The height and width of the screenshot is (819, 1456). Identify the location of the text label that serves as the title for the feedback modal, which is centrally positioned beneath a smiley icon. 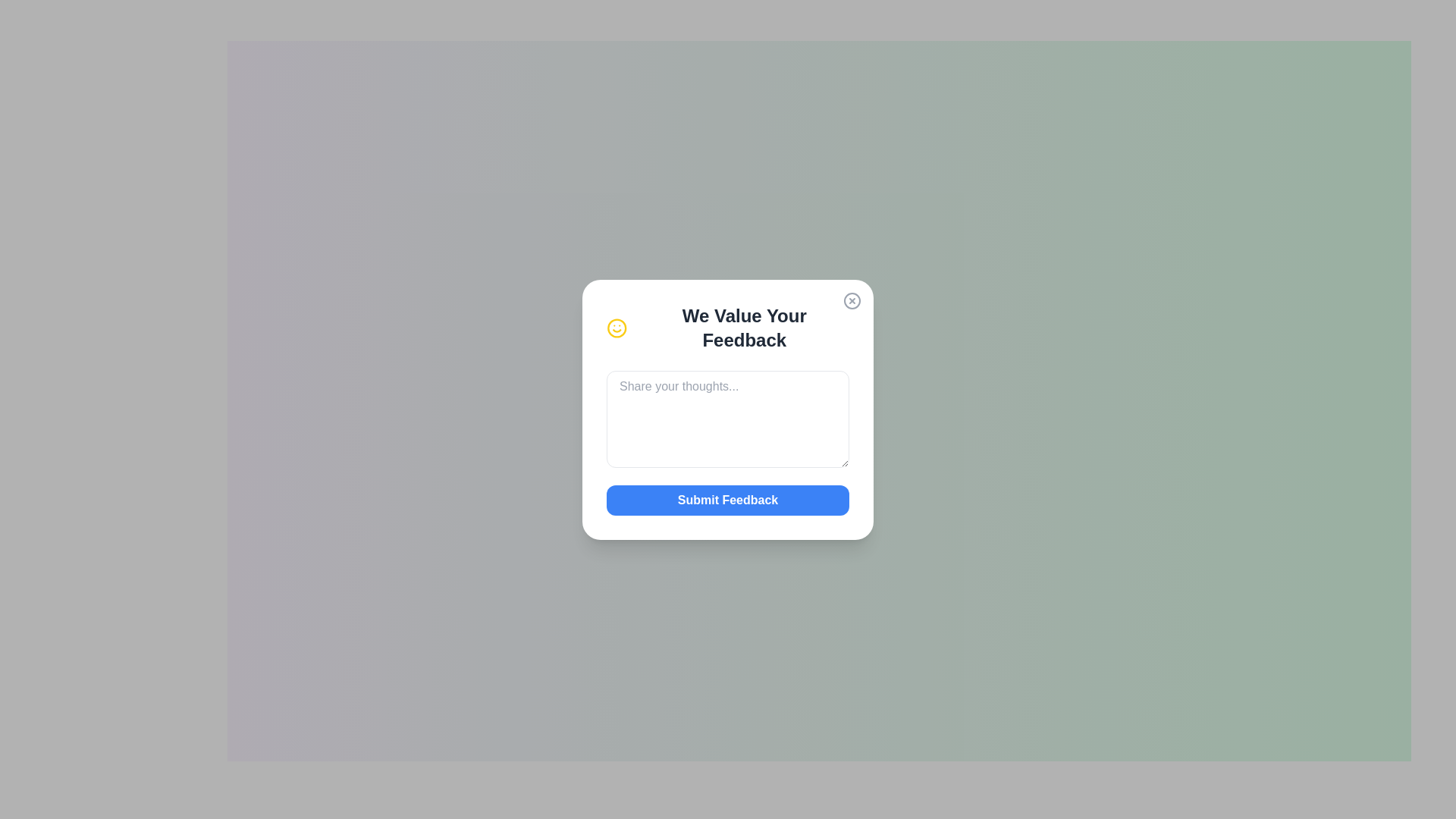
(744, 327).